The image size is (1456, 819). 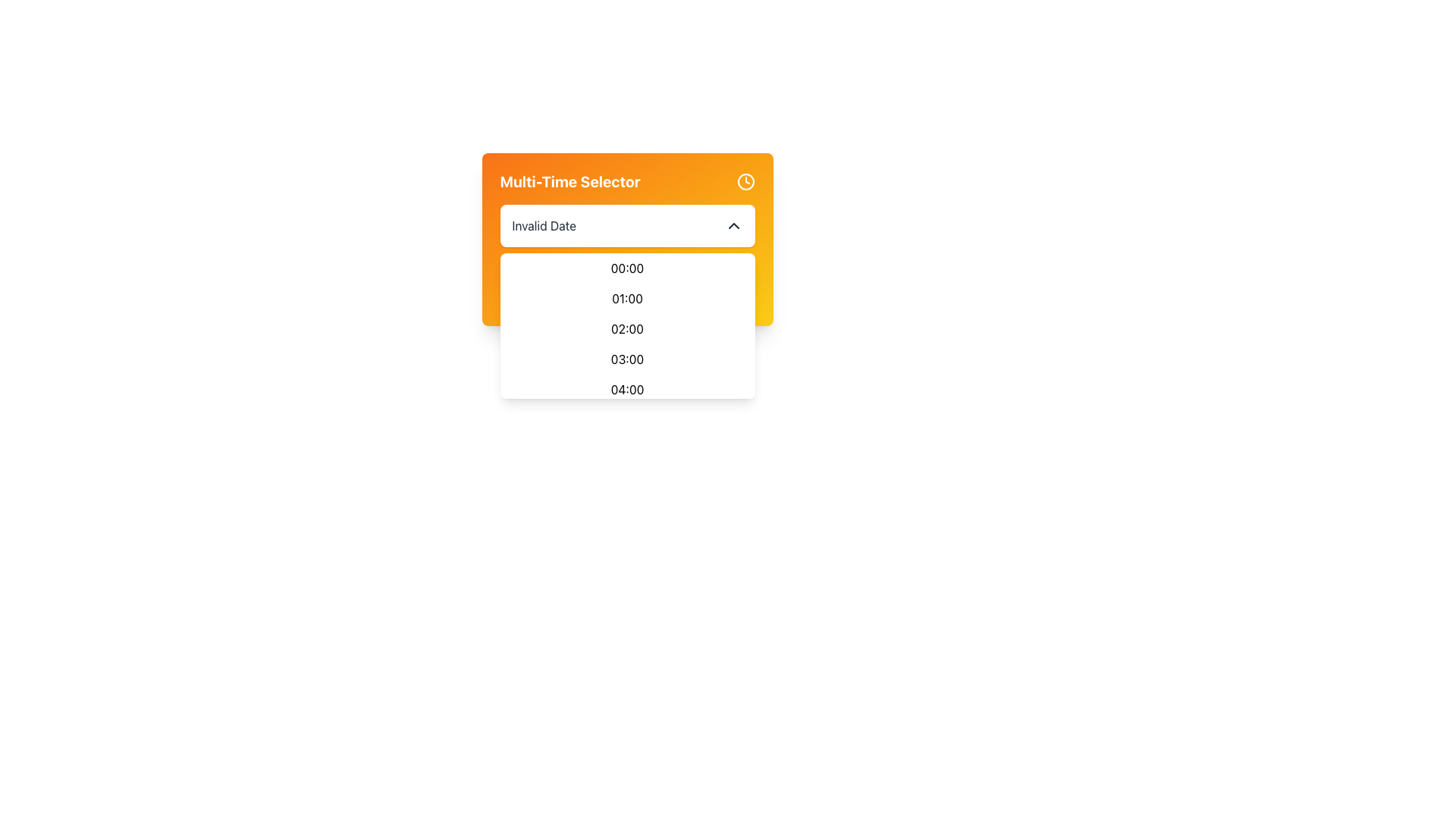 I want to click on the downward chevron icon at the right end of the 'Invalid Date' text field, so click(x=733, y=225).